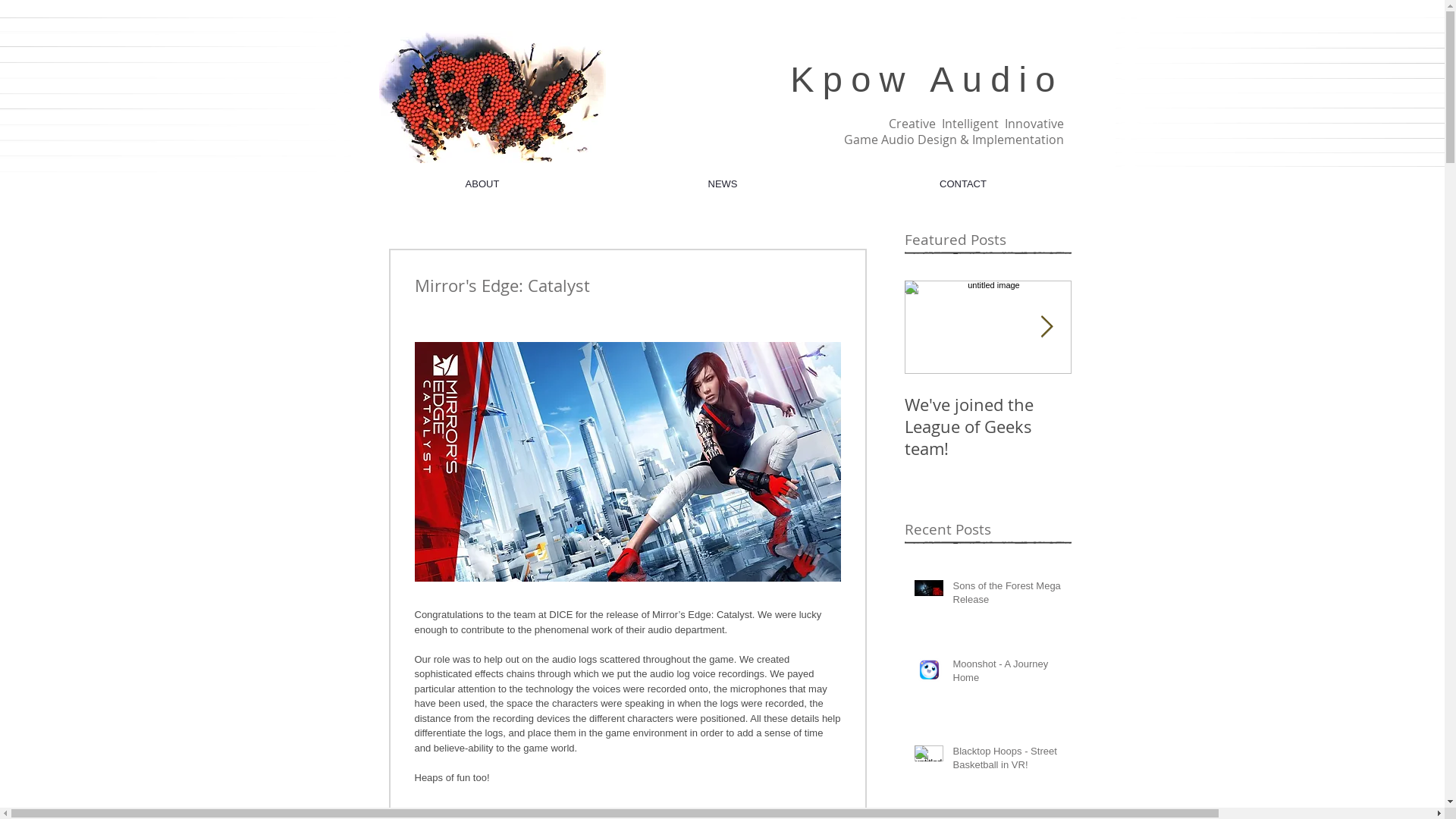  I want to click on 'Kpow Audio - Sound for Games Logo', so click(492, 96).